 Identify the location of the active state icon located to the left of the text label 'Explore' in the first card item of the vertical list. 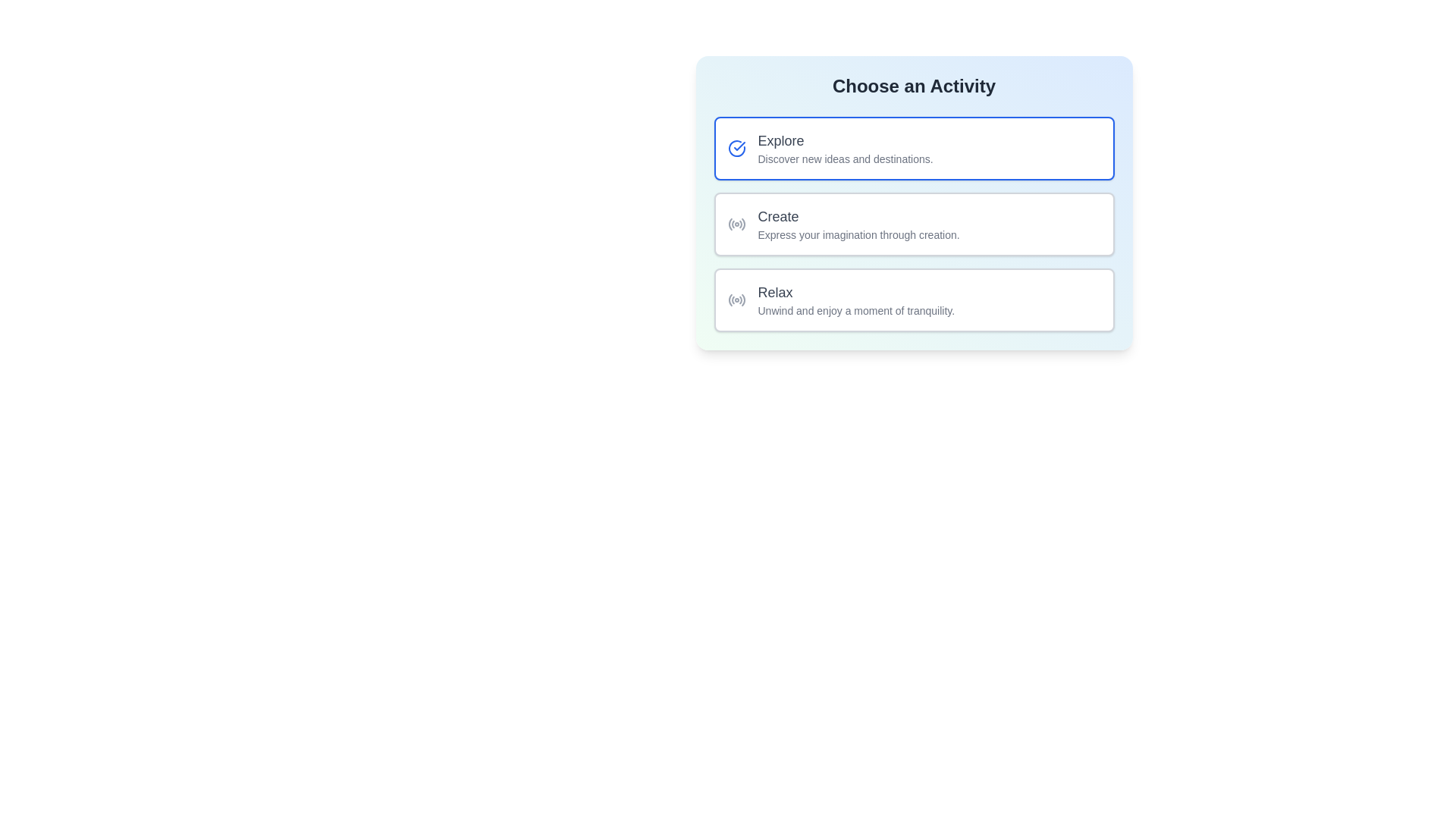
(736, 149).